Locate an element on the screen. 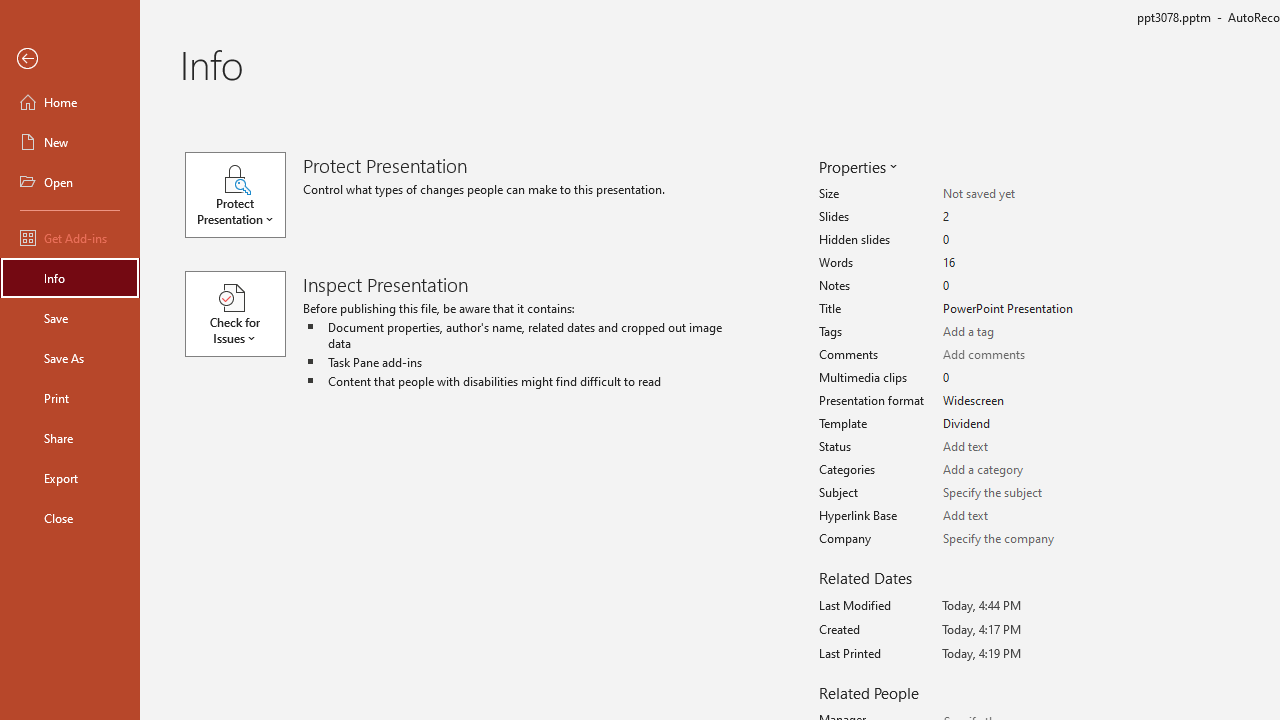 This screenshot has height=720, width=1280. 'Back' is located at coordinates (69, 58).